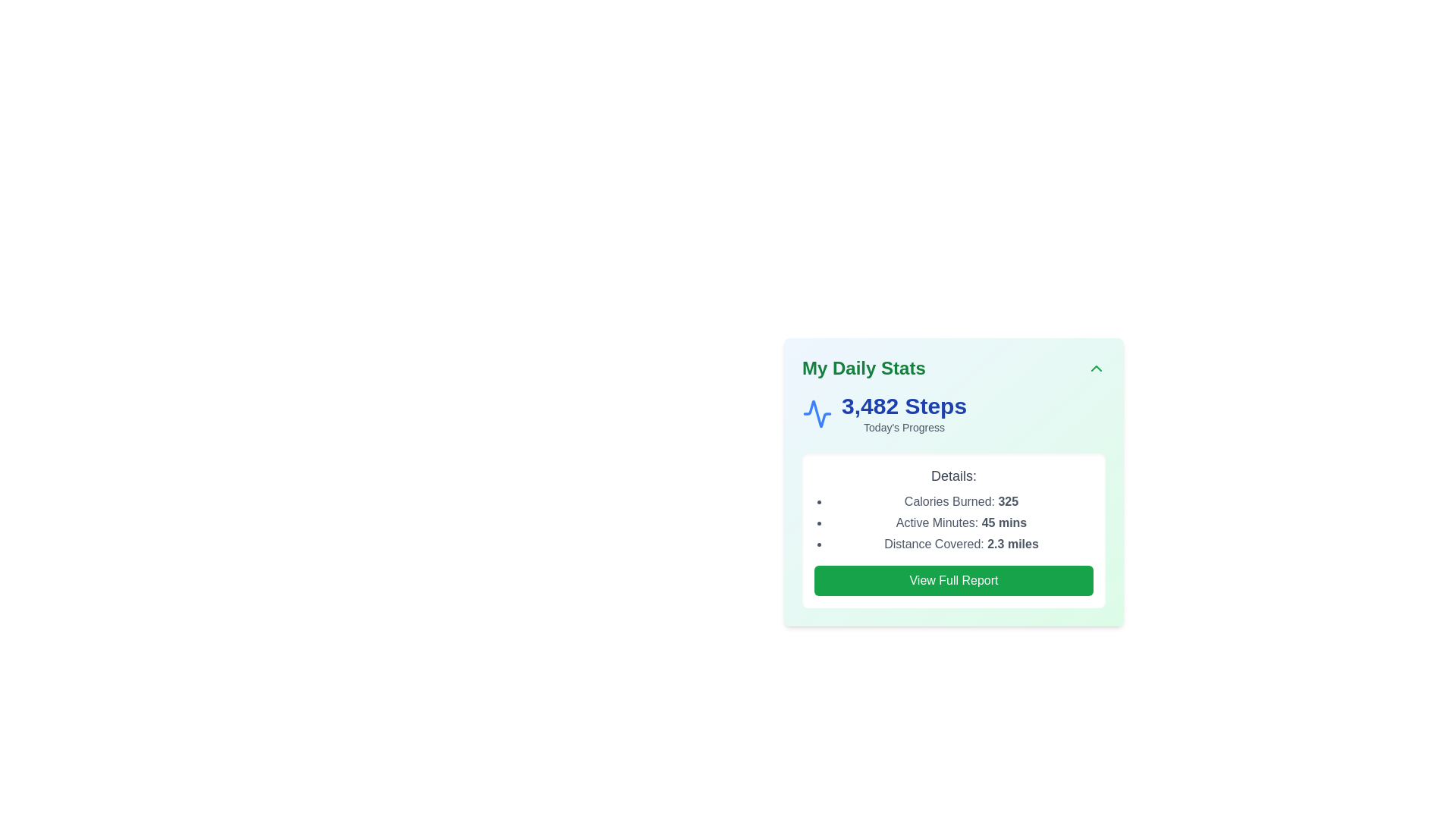  What do you see at coordinates (904, 414) in the screenshot?
I see `text displayed in the Text Content Display located in the top-right section of the light green card labeled 'My Daily Stats', which is positioned to the right of a blue wave icon` at bounding box center [904, 414].